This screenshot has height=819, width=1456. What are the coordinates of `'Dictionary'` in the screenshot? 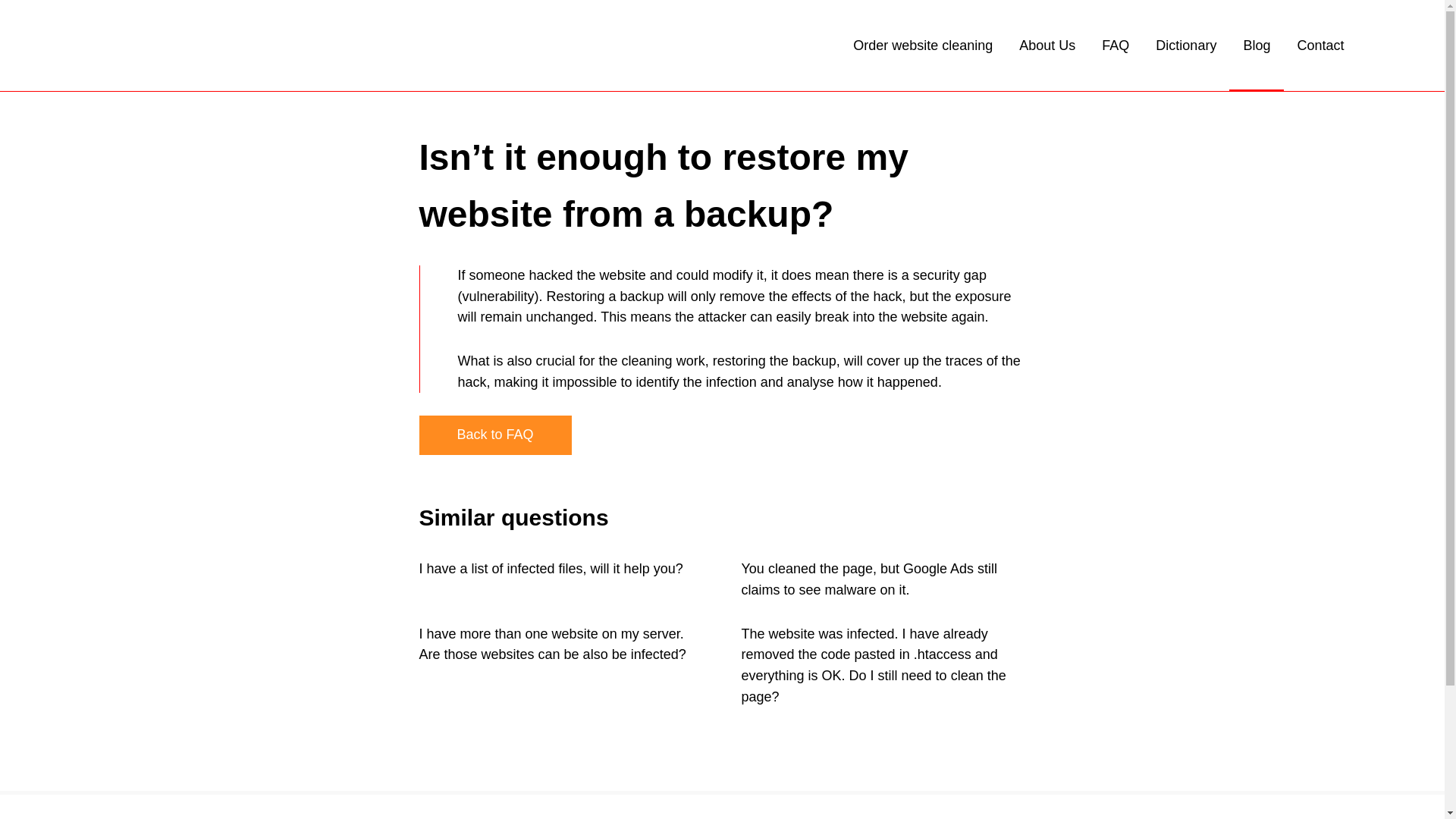 It's located at (1185, 45).